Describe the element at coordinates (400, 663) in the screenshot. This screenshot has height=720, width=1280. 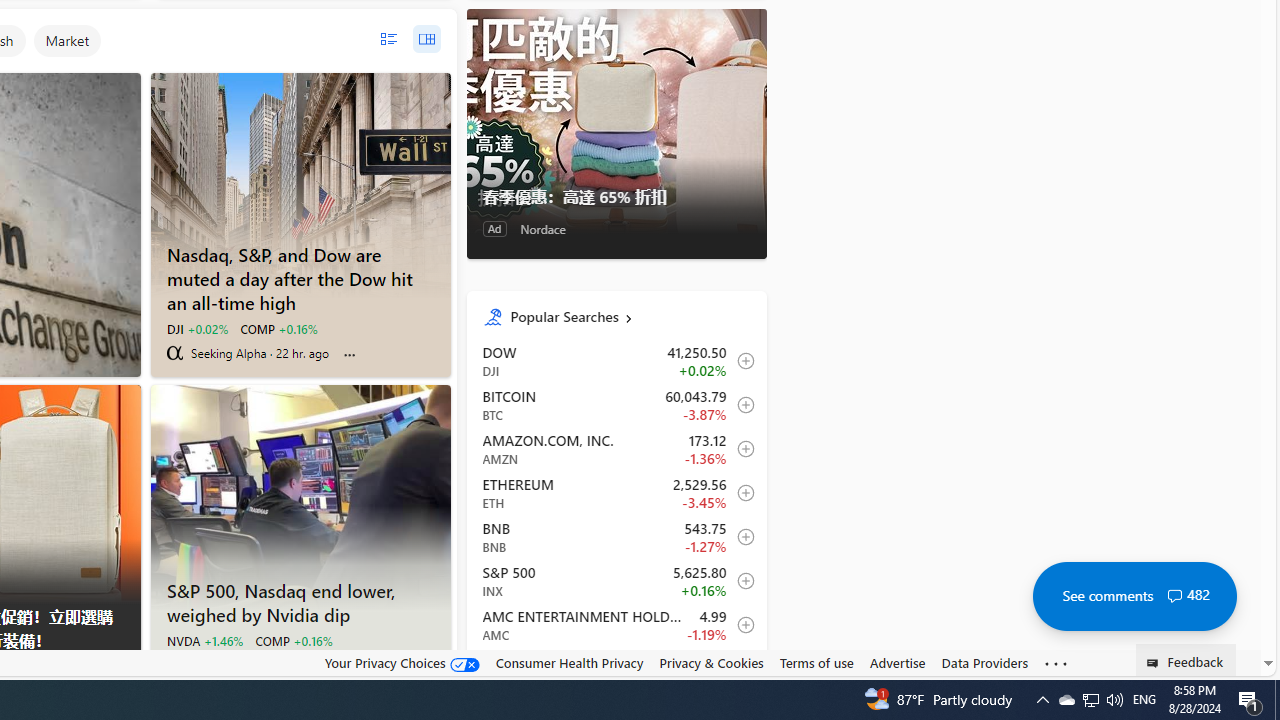
I see `'Your Privacy Choices'` at that location.